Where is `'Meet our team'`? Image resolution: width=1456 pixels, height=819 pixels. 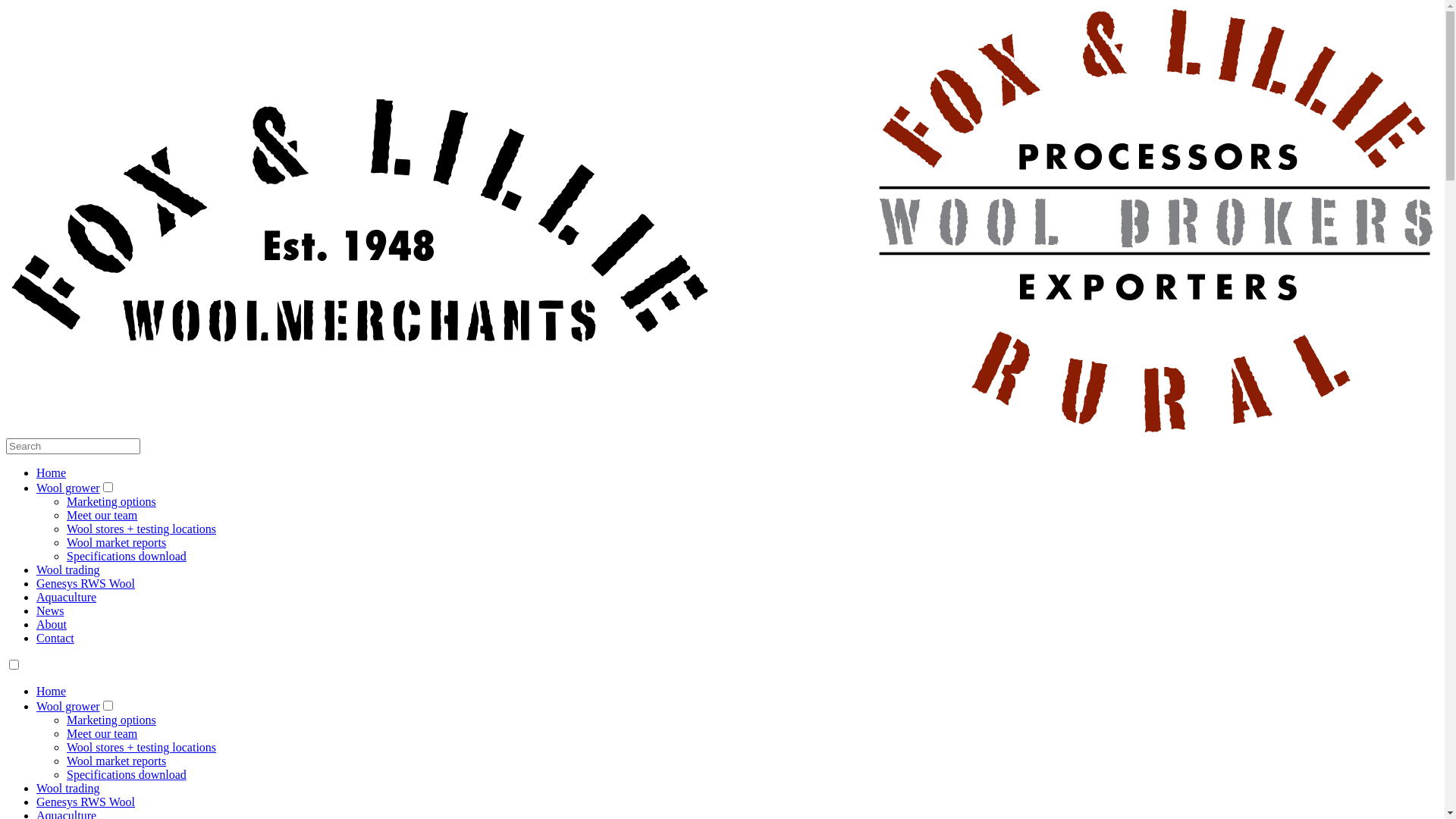 'Meet our team' is located at coordinates (101, 514).